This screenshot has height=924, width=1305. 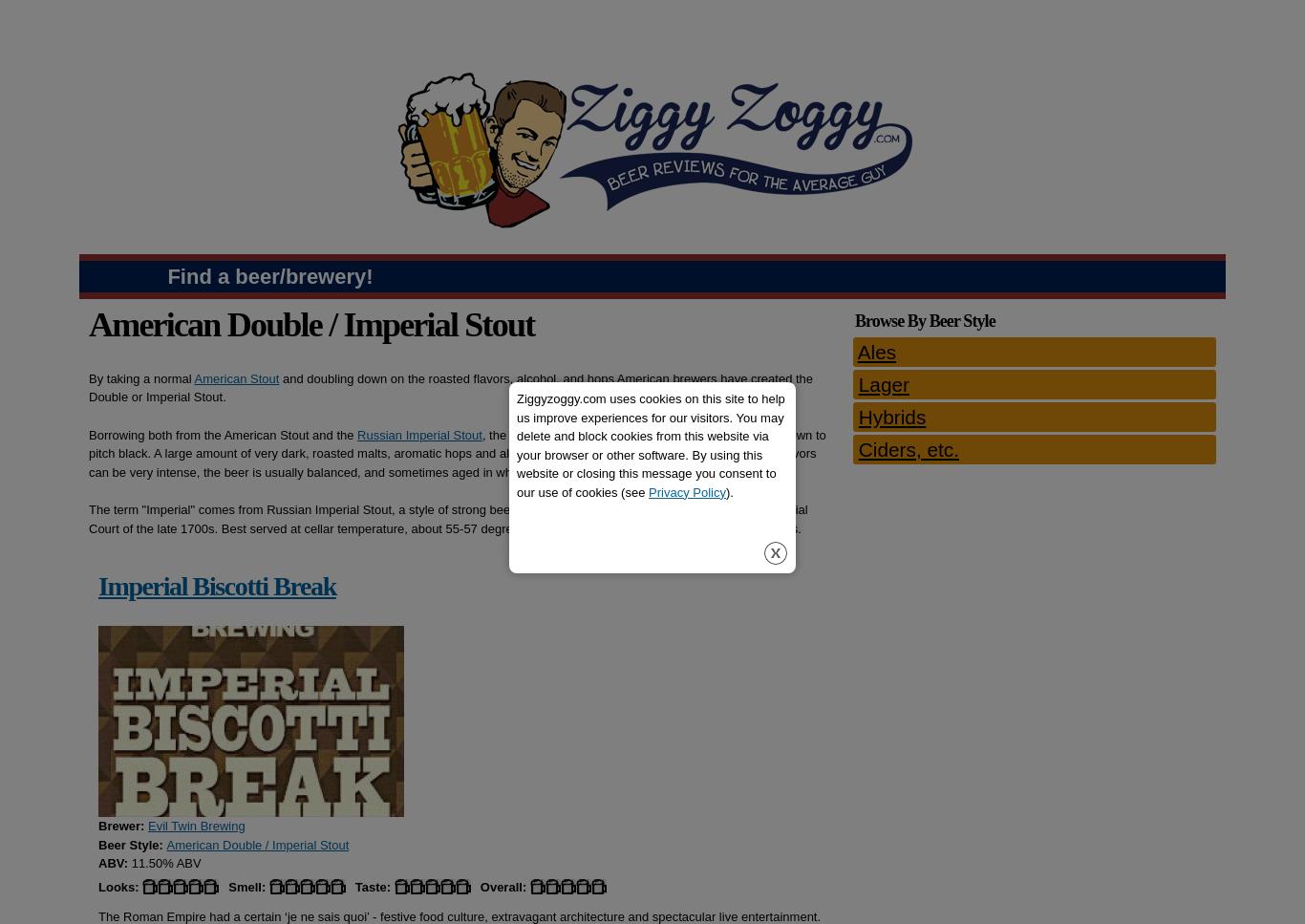 I want to click on ', the Double Stout is almost always either a very dark brown to pitch black.  A large amount of very dark, roasted malts, aromatic hops and alcohol are characteristic of the style.  Although the flavors can be very intense, the beer is usually balanced, and sometimes aged in whiskey or oak barrels.', so click(x=457, y=453).